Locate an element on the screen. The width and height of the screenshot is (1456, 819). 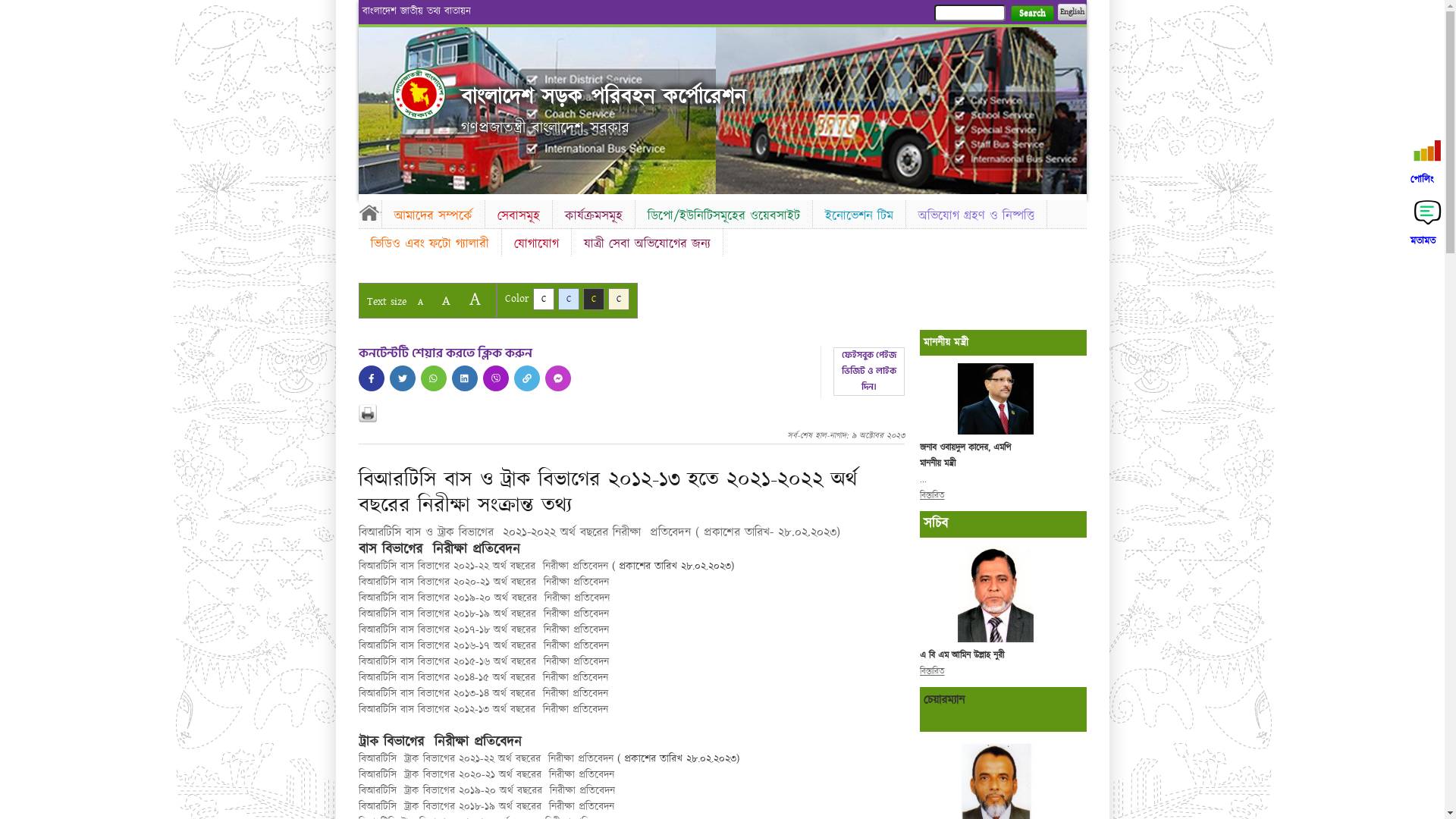
'A' is located at coordinates (419, 302).